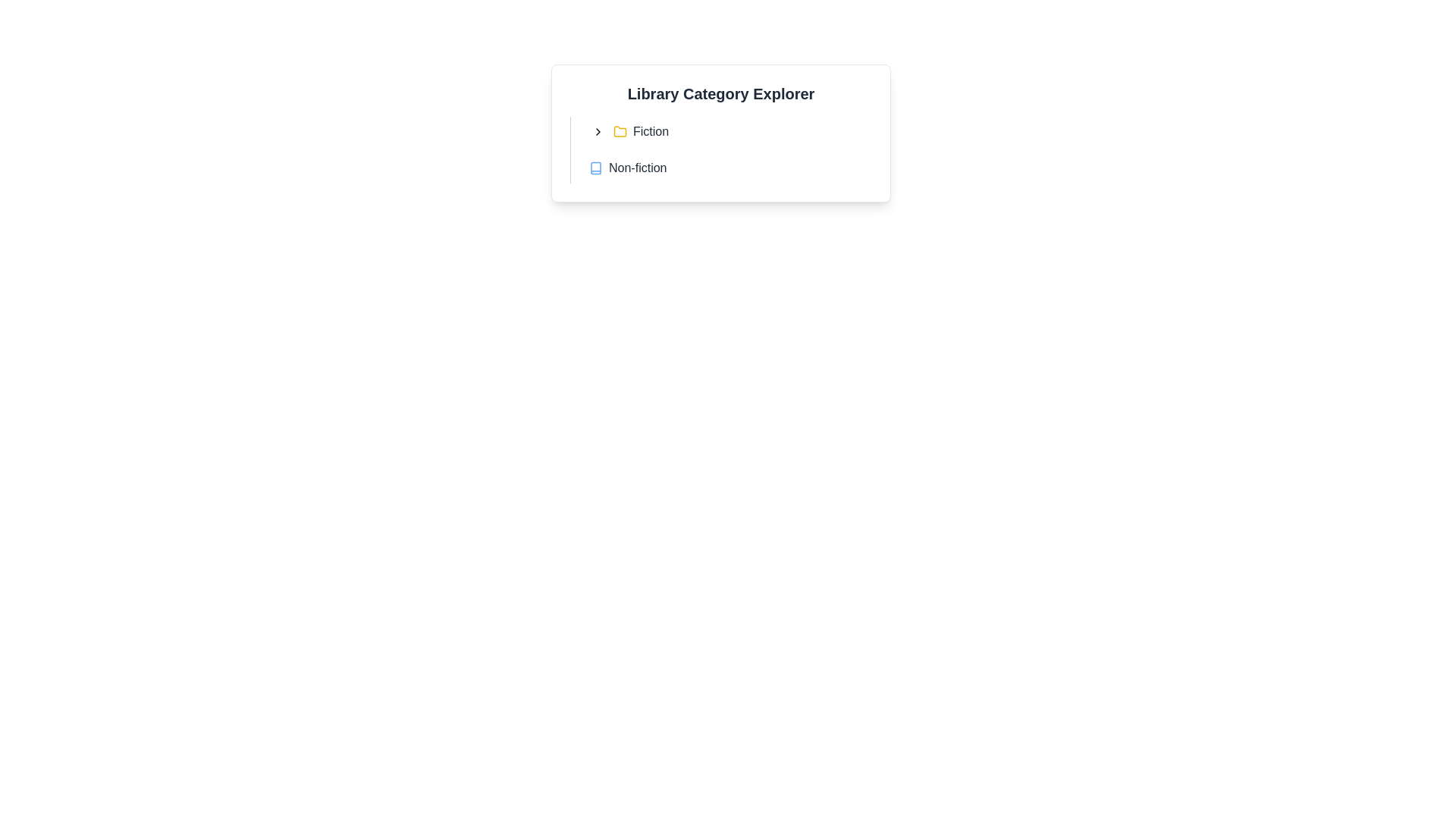 The height and width of the screenshot is (819, 1456). I want to click on the folder icon representing the 'Fiction' category in the library catalog interface, which is located adjacent to the left of the text 'Fiction' and slightly below the chevron icon, so click(620, 130).